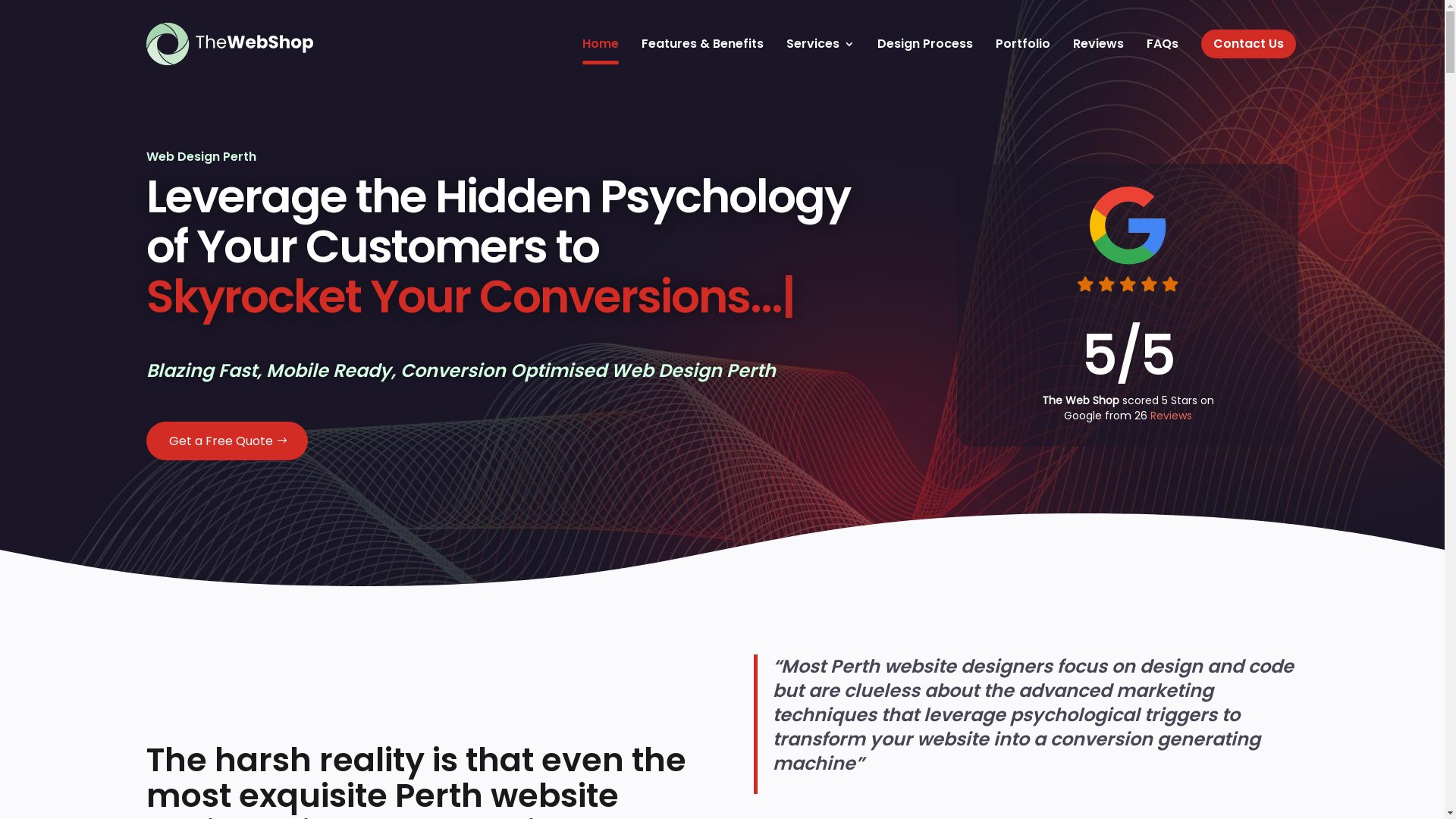  I want to click on 'Design Process', so click(924, 42).